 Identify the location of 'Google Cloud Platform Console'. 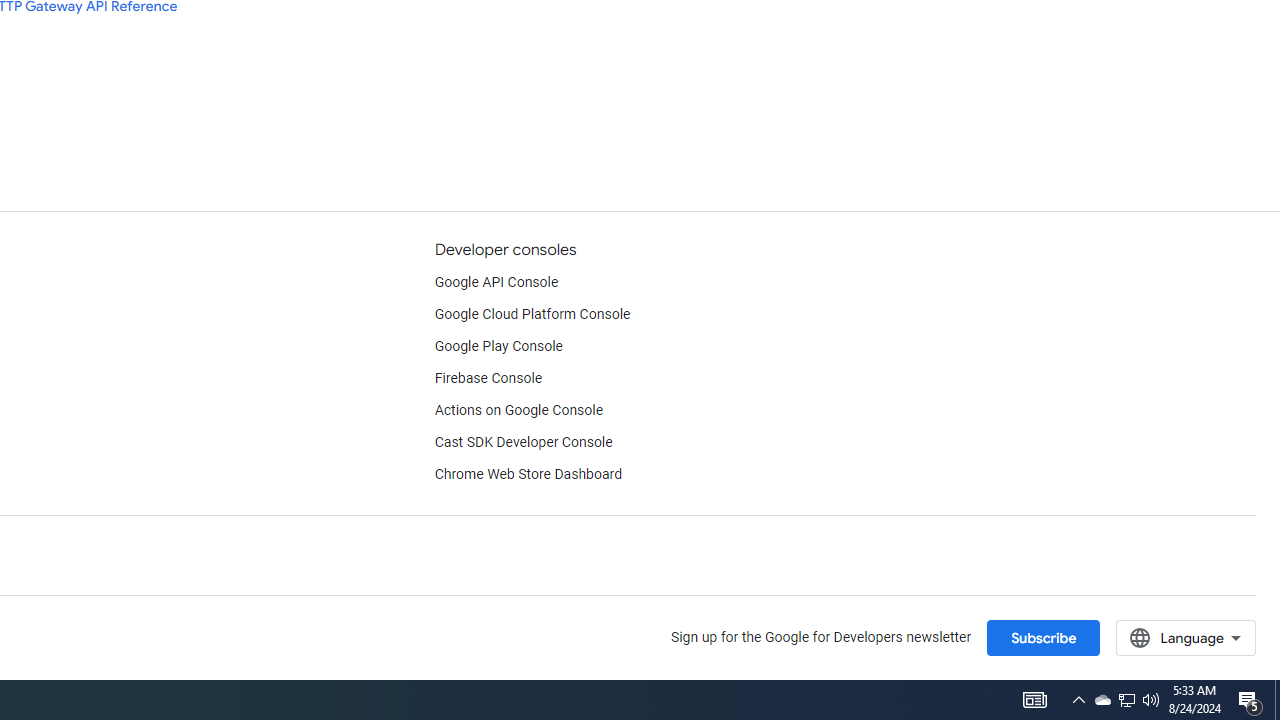
(532, 315).